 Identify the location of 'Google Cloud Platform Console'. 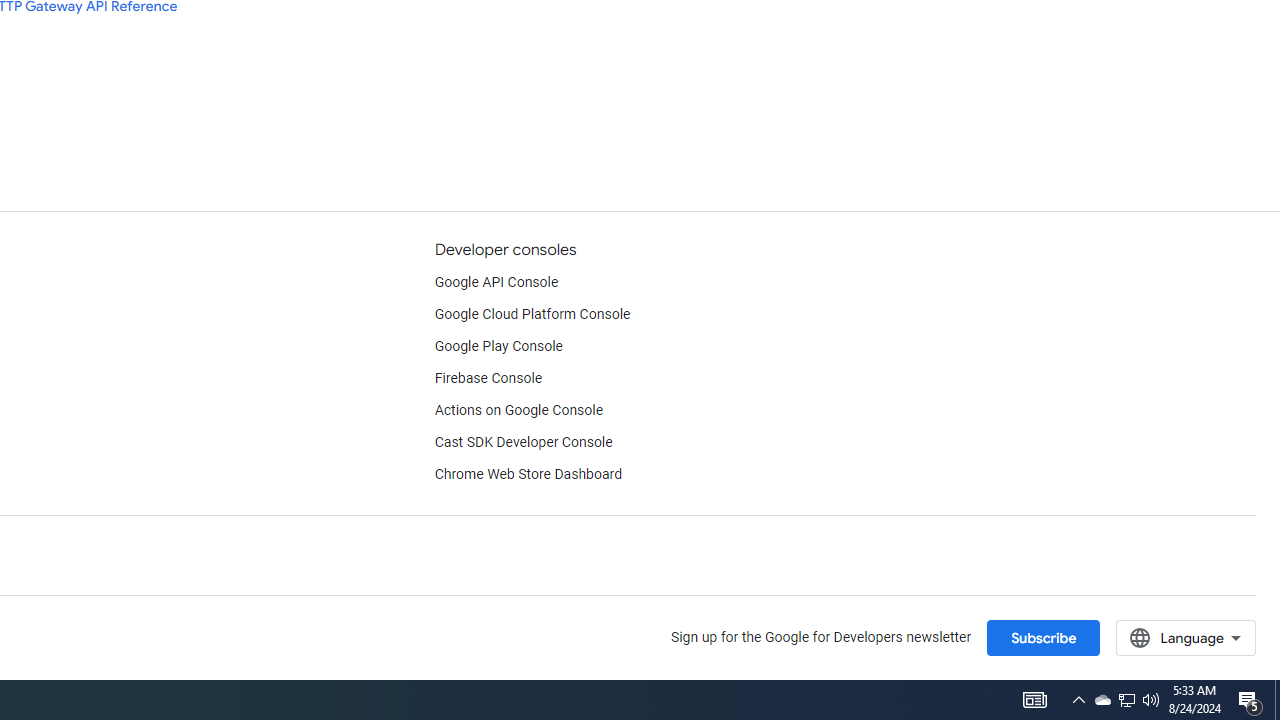
(532, 315).